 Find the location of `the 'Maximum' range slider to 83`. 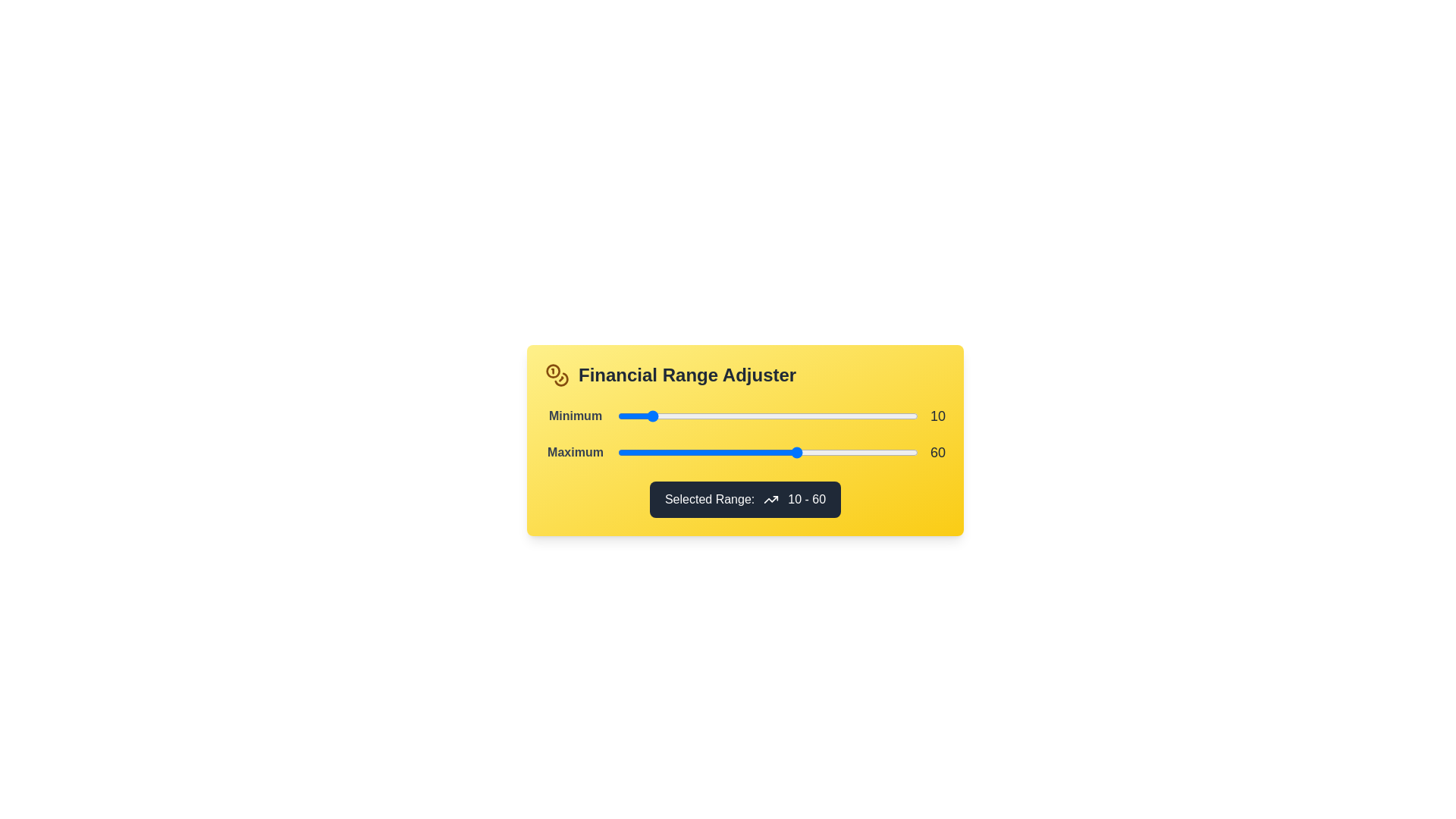

the 'Maximum' range slider to 83 is located at coordinates (866, 452).